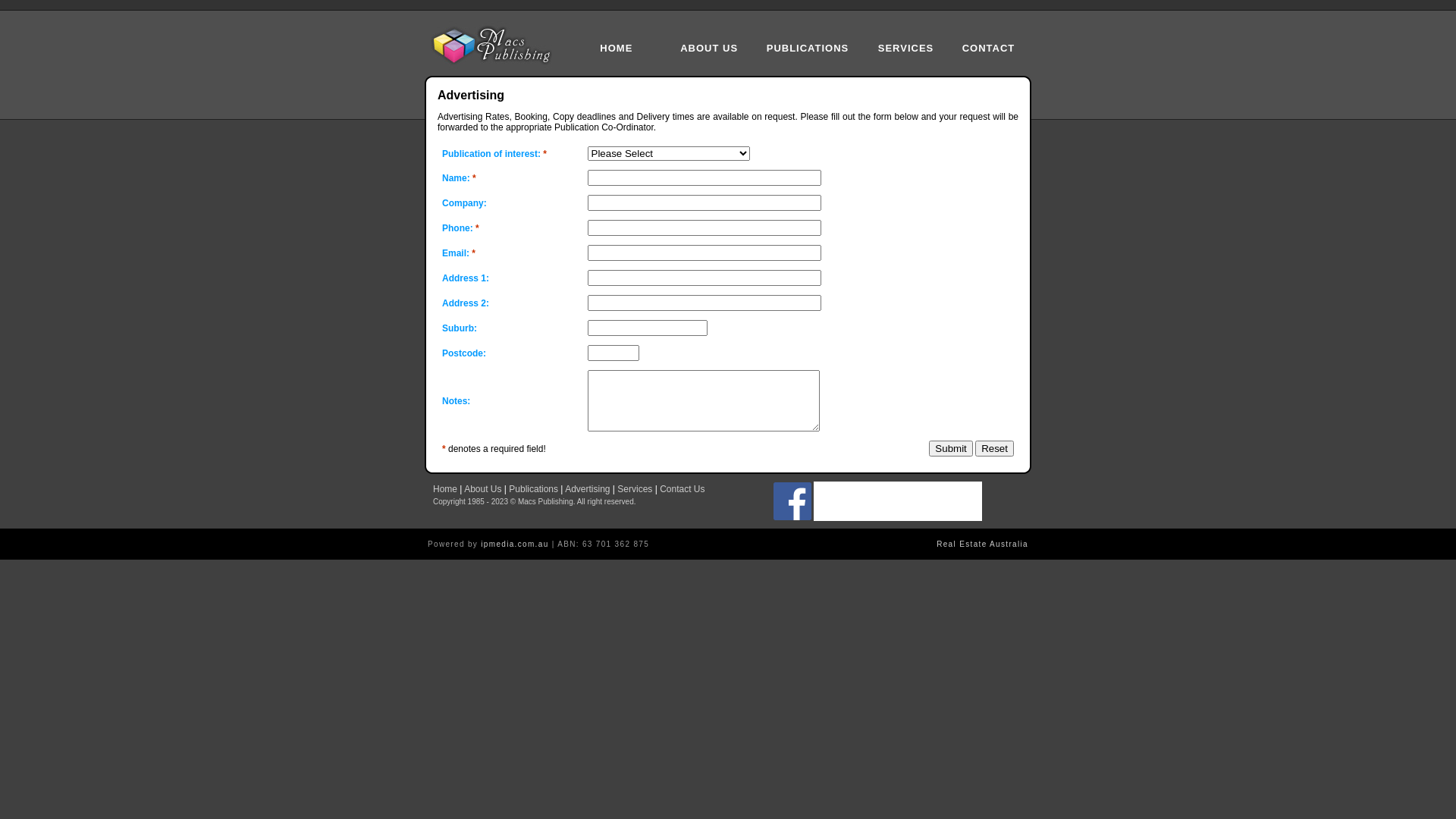  What do you see at coordinates (634, 488) in the screenshot?
I see `'Services'` at bounding box center [634, 488].